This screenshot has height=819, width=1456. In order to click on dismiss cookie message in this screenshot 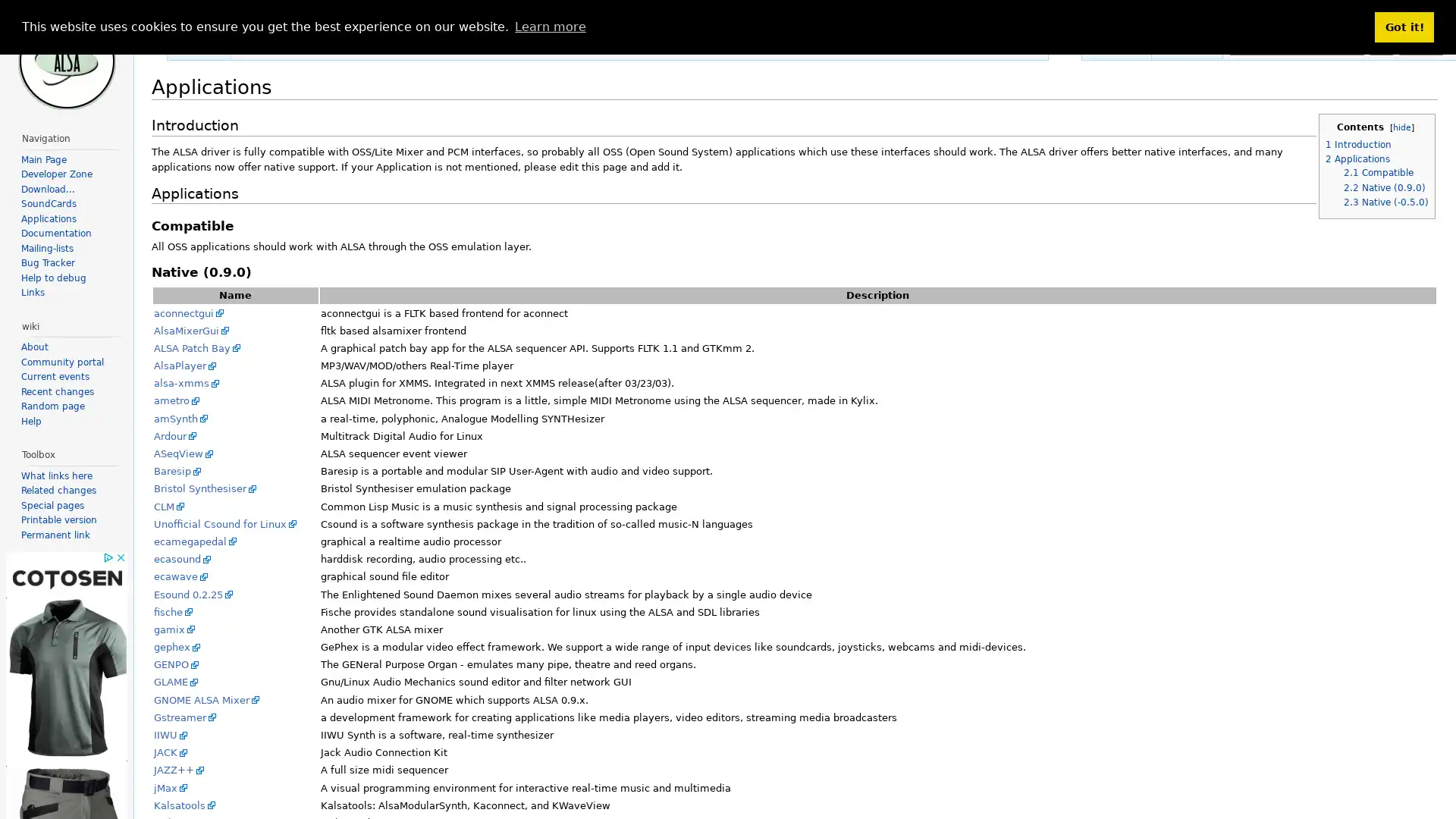, I will do `click(1404, 27)`.